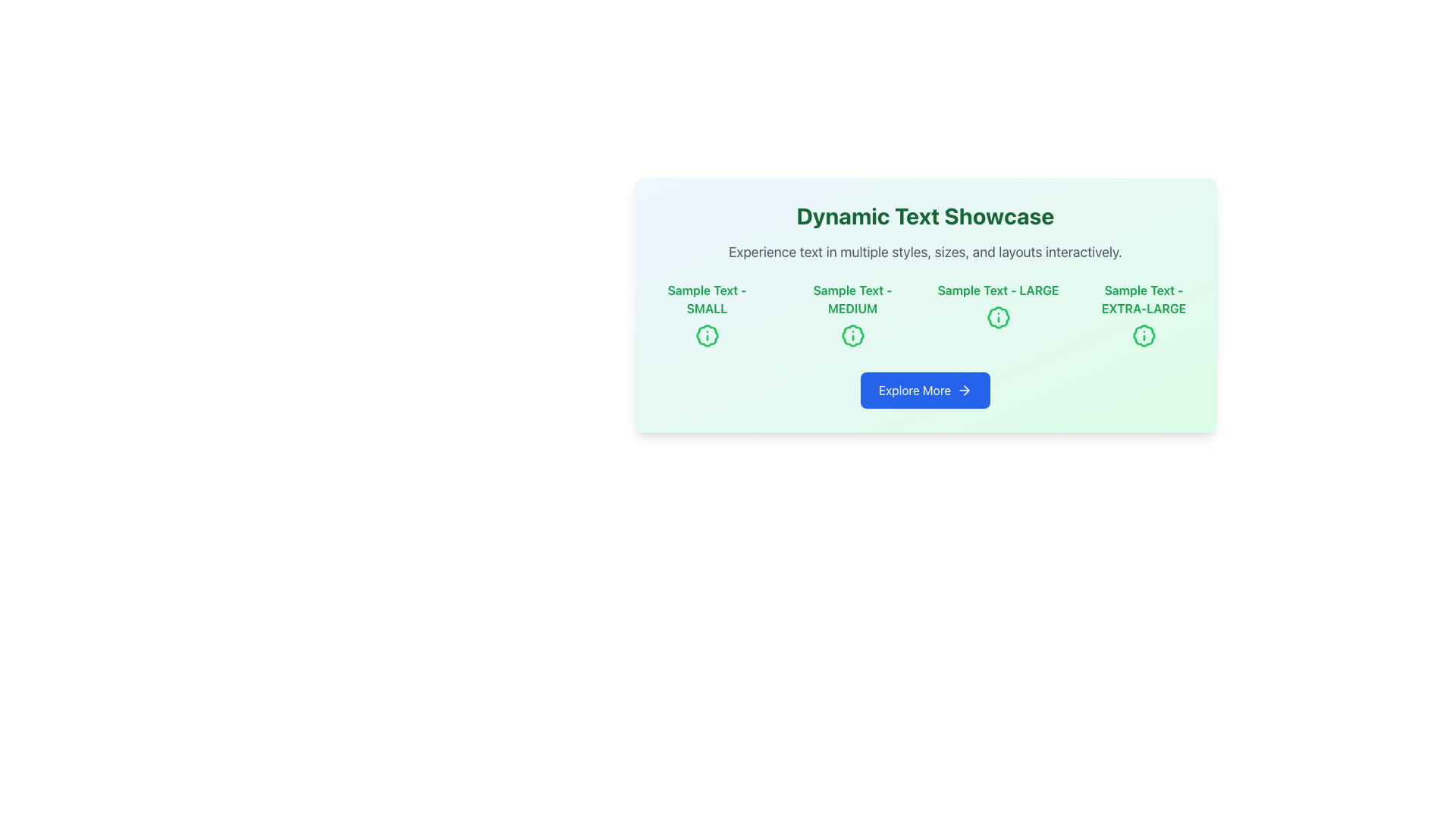  Describe the element at coordinates (924, 251) in the screenshot. I see `the text block that displays the phrase 'Experience text in multiple styles, sizes, and layouts interactively.', which is styled with a 'text-lg' class and is positioned centrally beneath the 'Dynamic Text Showcase' header` at that location.